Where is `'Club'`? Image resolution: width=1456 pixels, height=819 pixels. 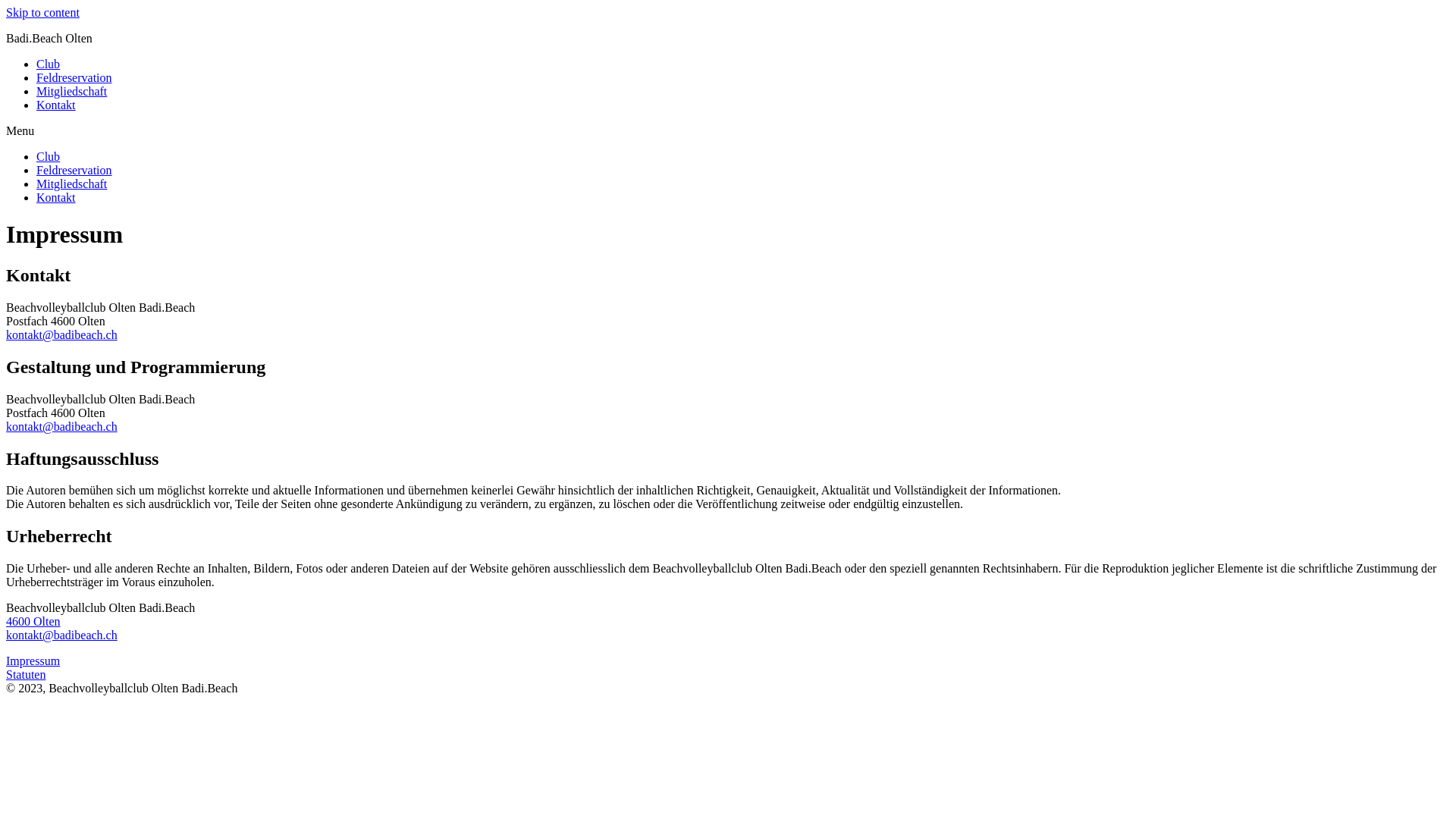
'Club' is located at coordinates (48, 63).